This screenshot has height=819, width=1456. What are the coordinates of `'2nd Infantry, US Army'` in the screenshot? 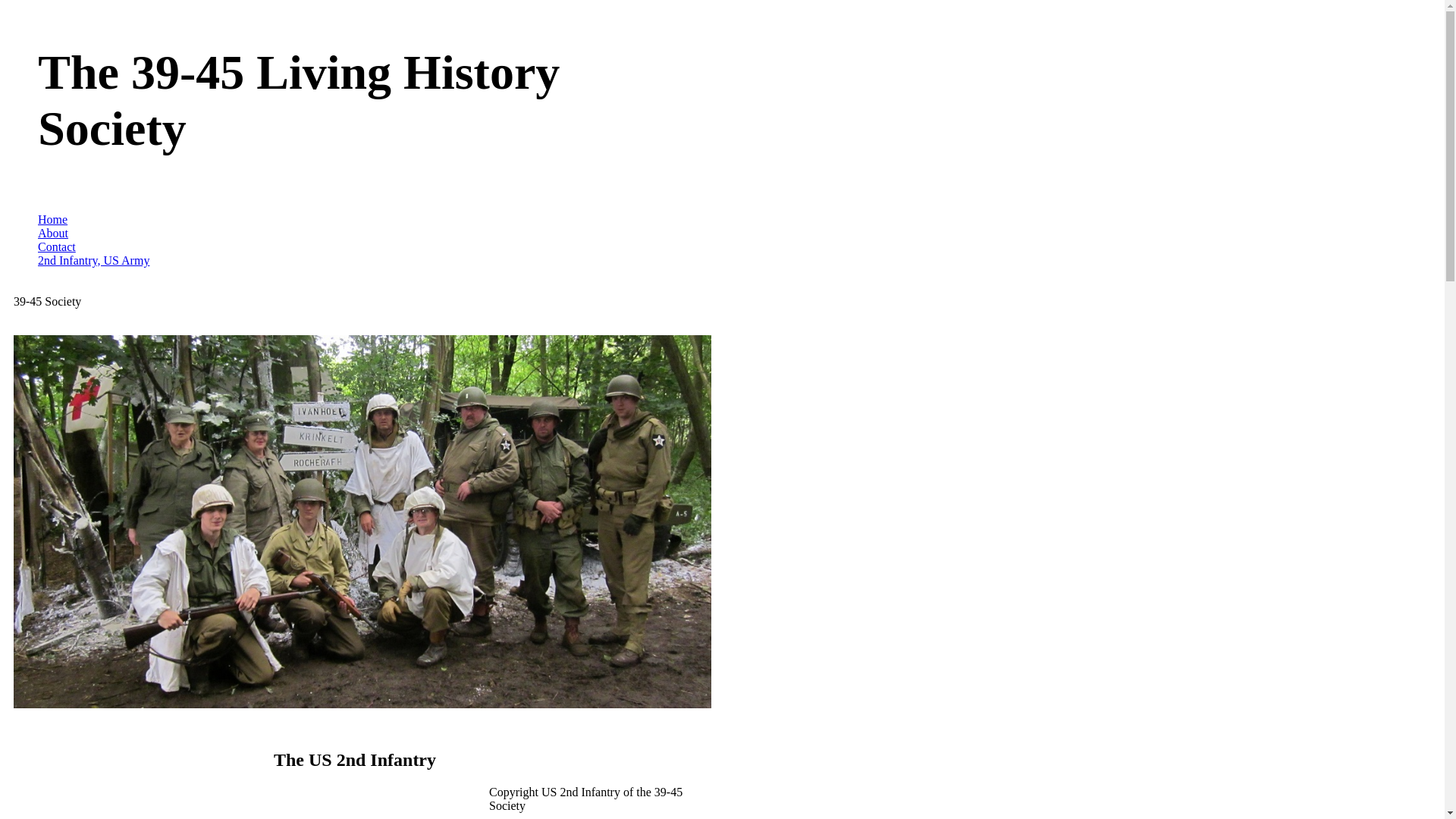 It's located at (37, 259).